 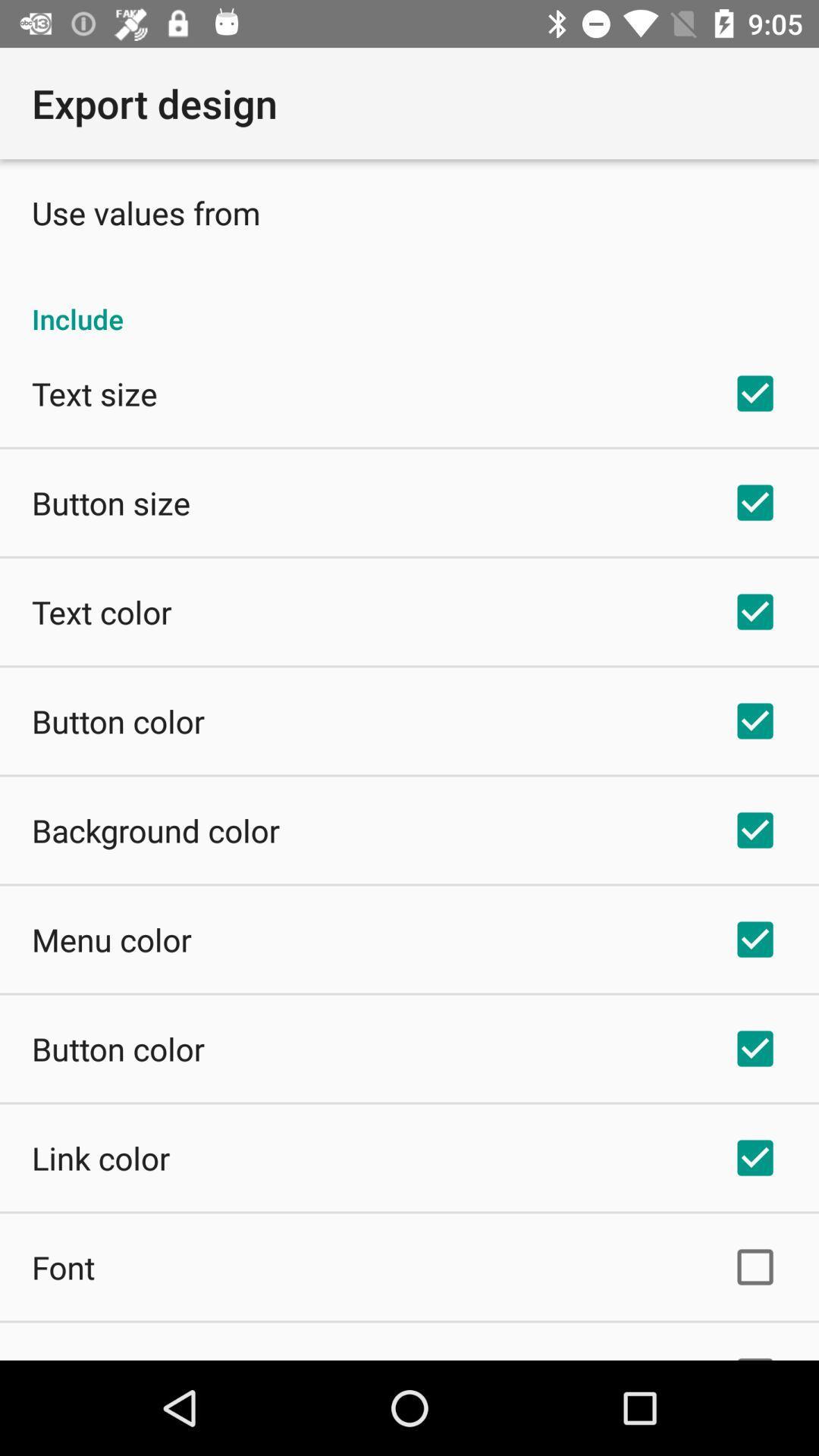 What do you see at coordinates (88, 1357) in the screenshot?
I see `icon below font` at bounding box center [88, 1357].